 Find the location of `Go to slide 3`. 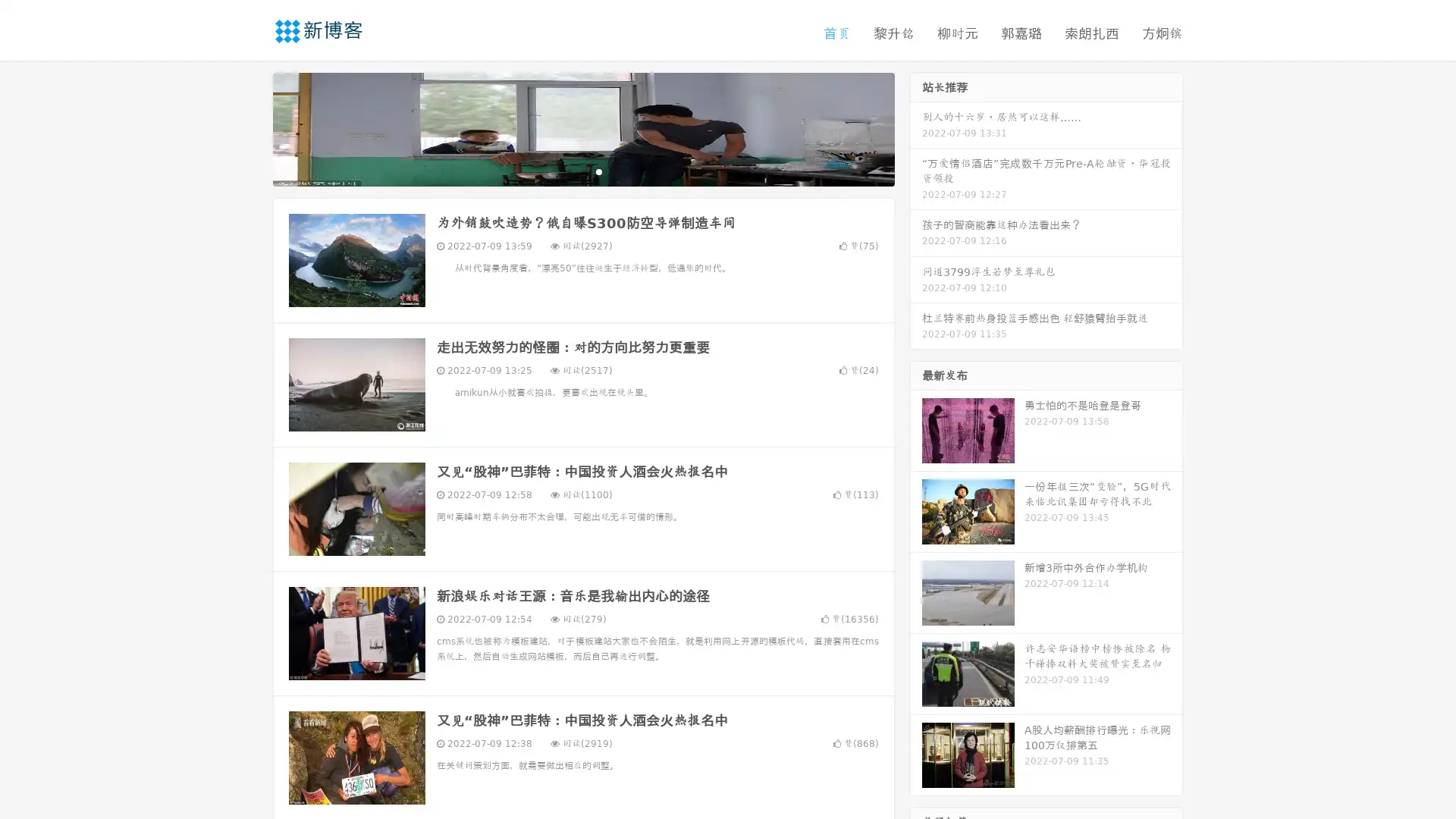

Go to slide 3 is located at coordinates (598, 171).